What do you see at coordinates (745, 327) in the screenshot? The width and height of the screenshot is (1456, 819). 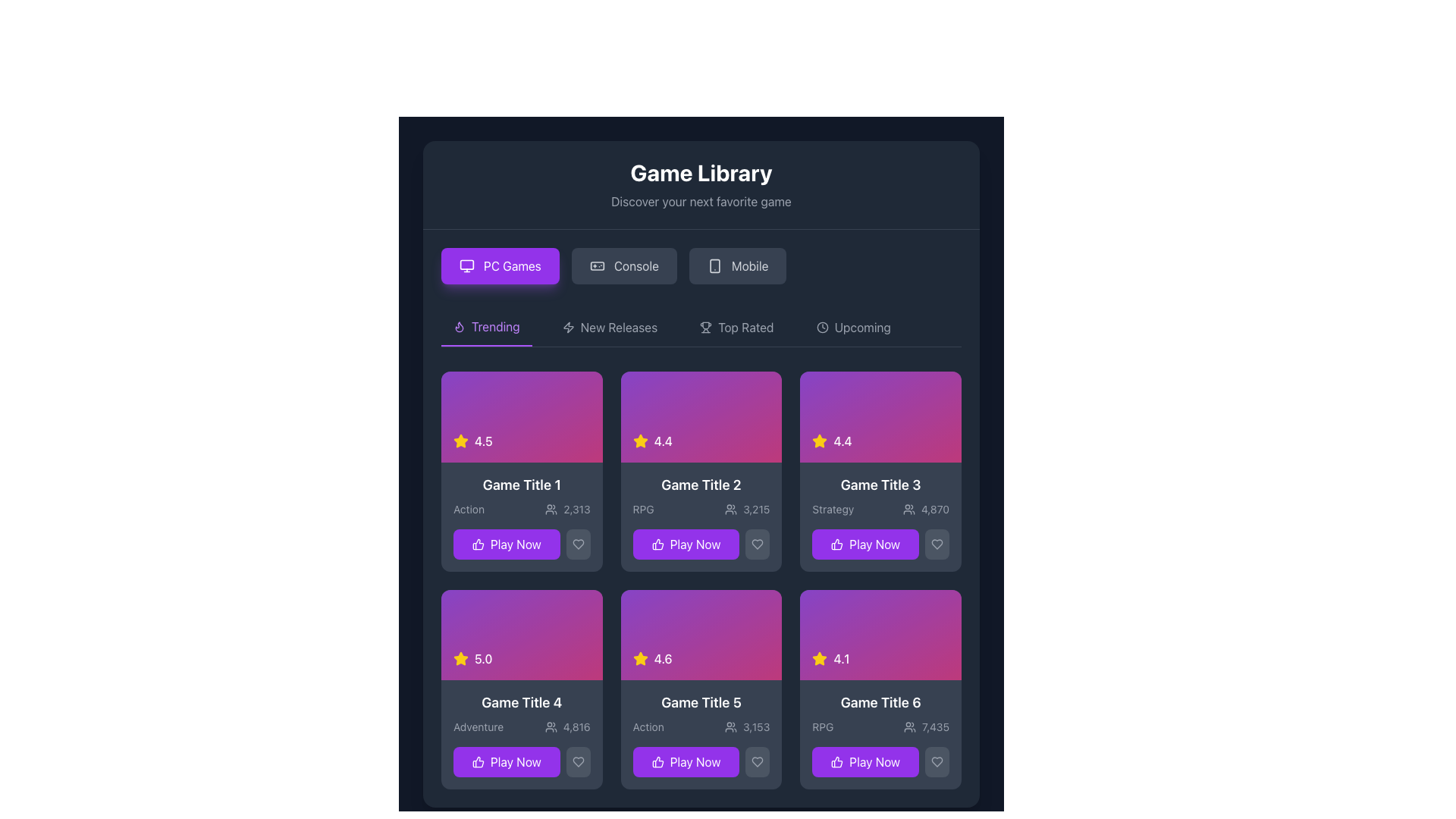 I see `the 'Top Rated' text label` at bounding box center [745, 327].